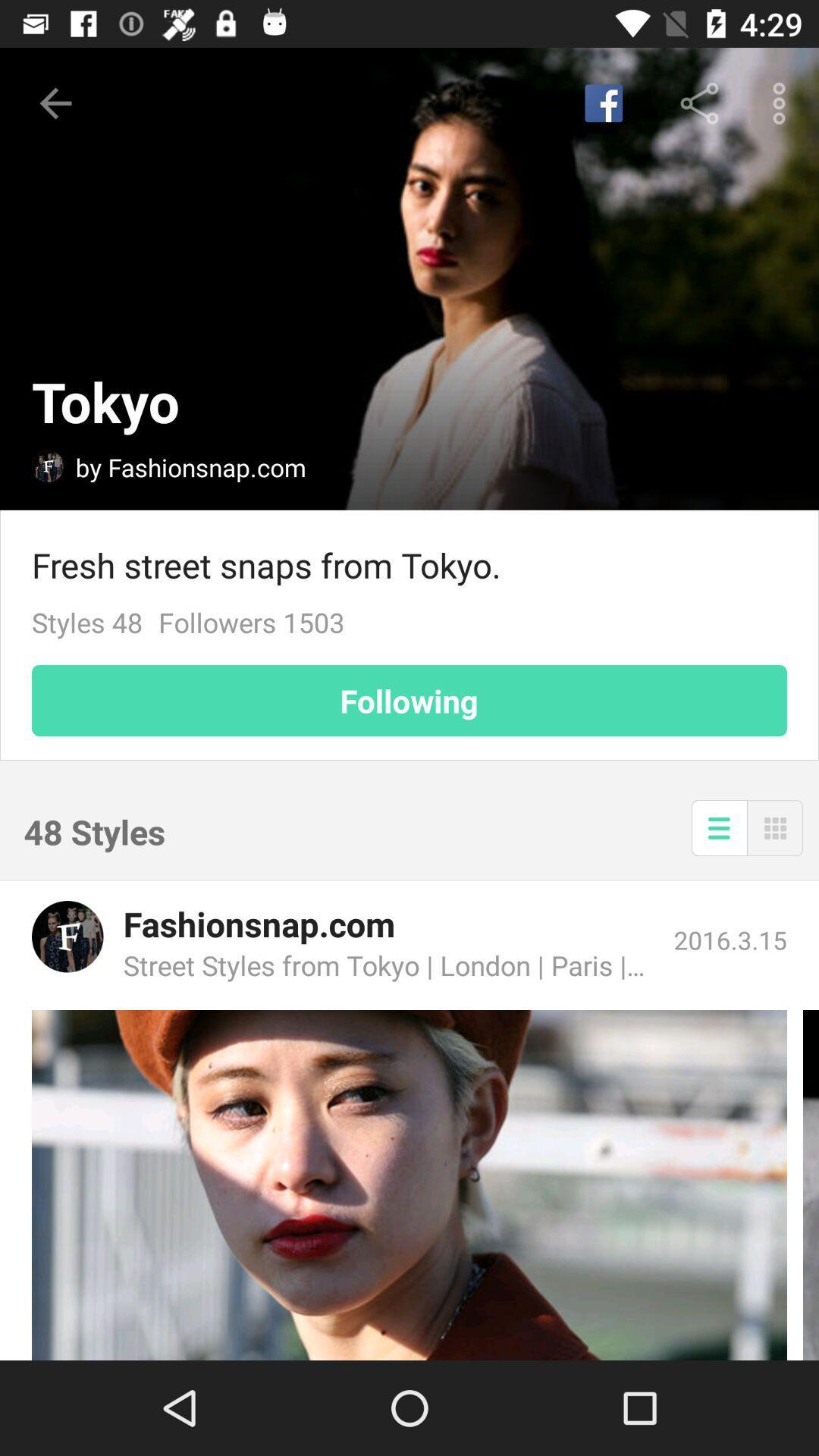 The image size is (819, 1456). I want to click on menu, so click(775, 827).